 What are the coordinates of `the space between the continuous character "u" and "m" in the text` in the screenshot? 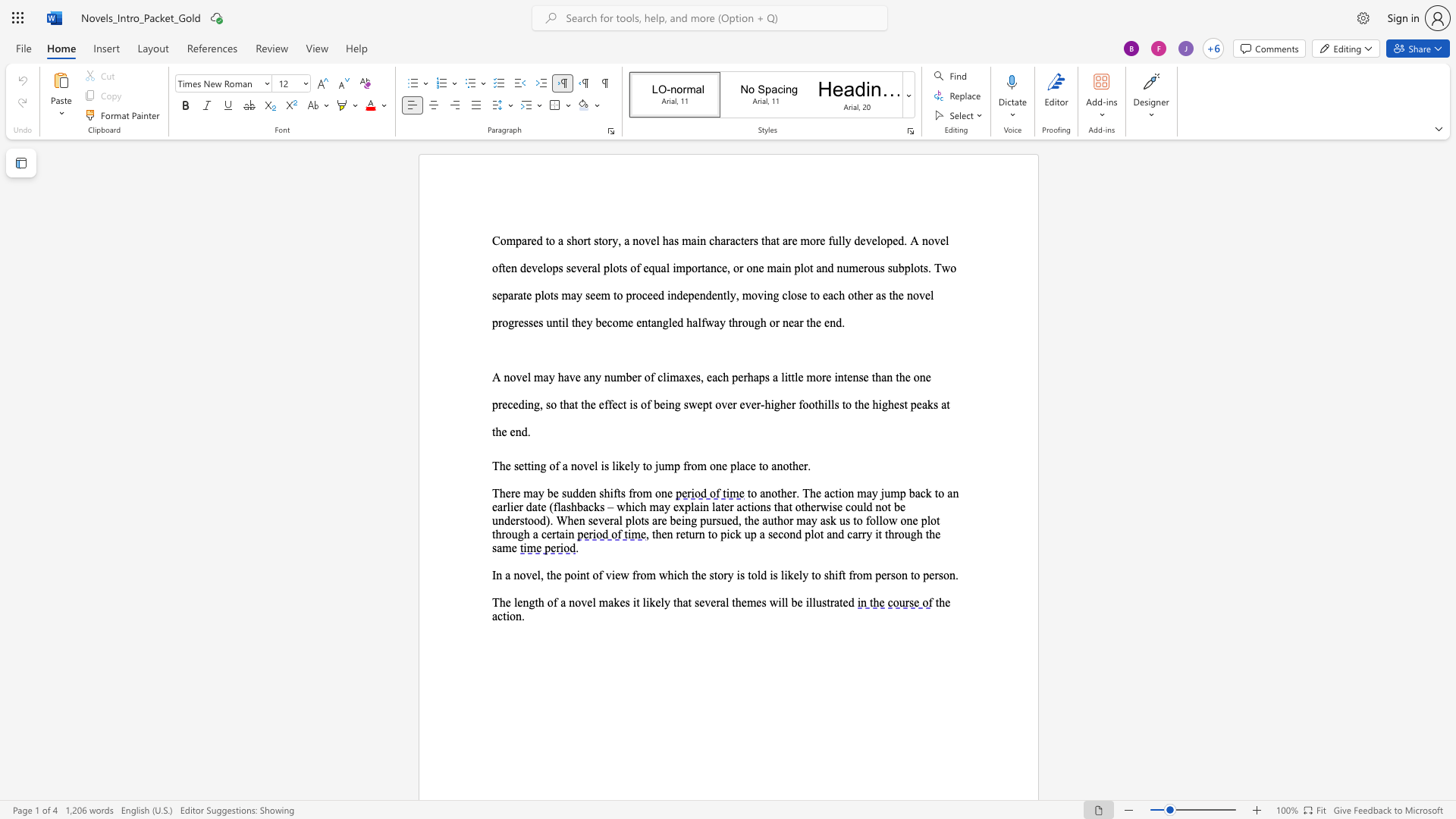 It's located at (617, 376).